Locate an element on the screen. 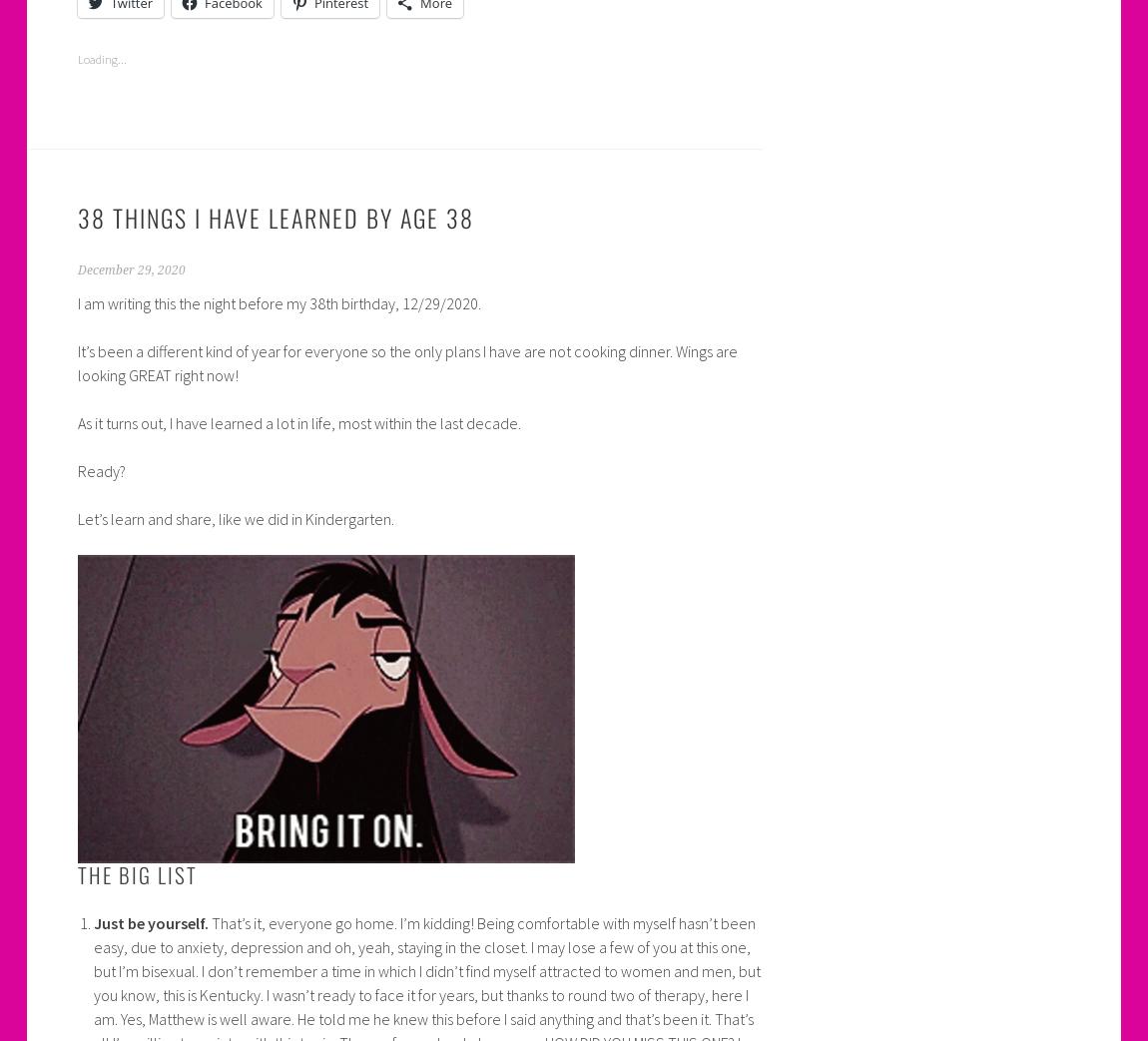  'Loading...' is located at coordinates (100, 57).